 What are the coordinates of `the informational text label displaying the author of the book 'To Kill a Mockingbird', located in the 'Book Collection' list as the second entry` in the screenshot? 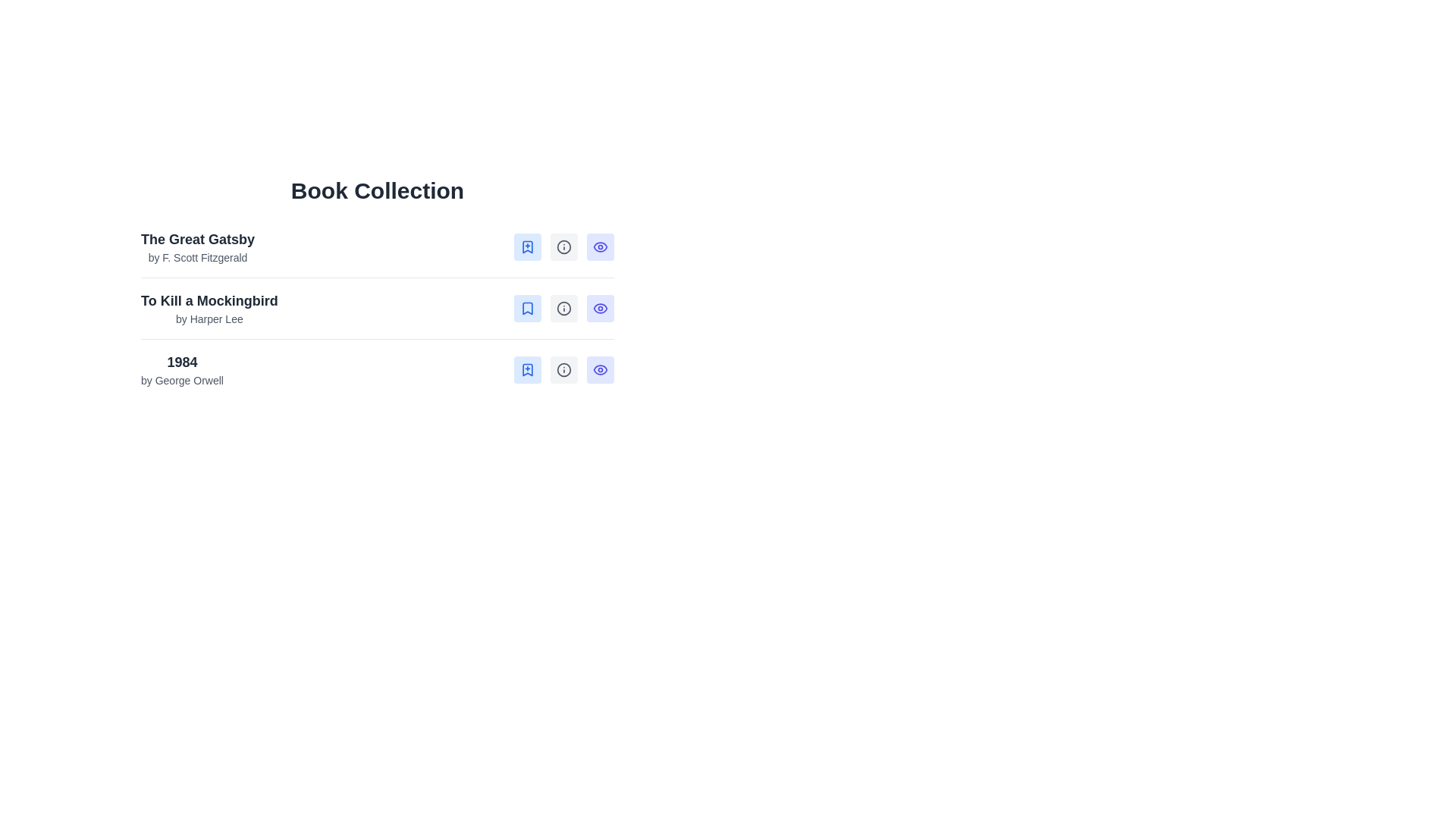 It's located at (209, 318).